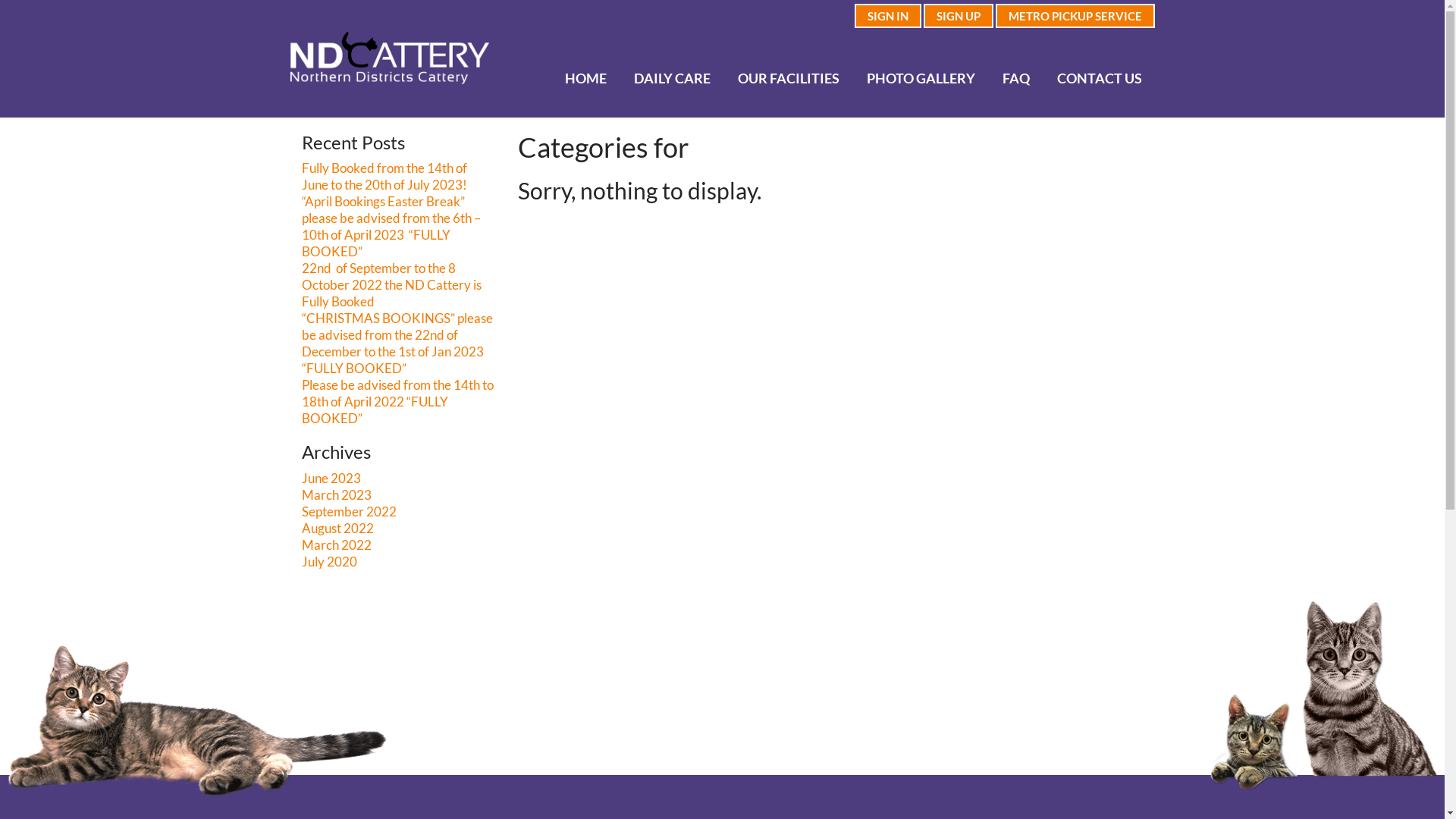 This screenshot has width=1456, height=819. I want to click on 'March 2022', so click(302, 544).